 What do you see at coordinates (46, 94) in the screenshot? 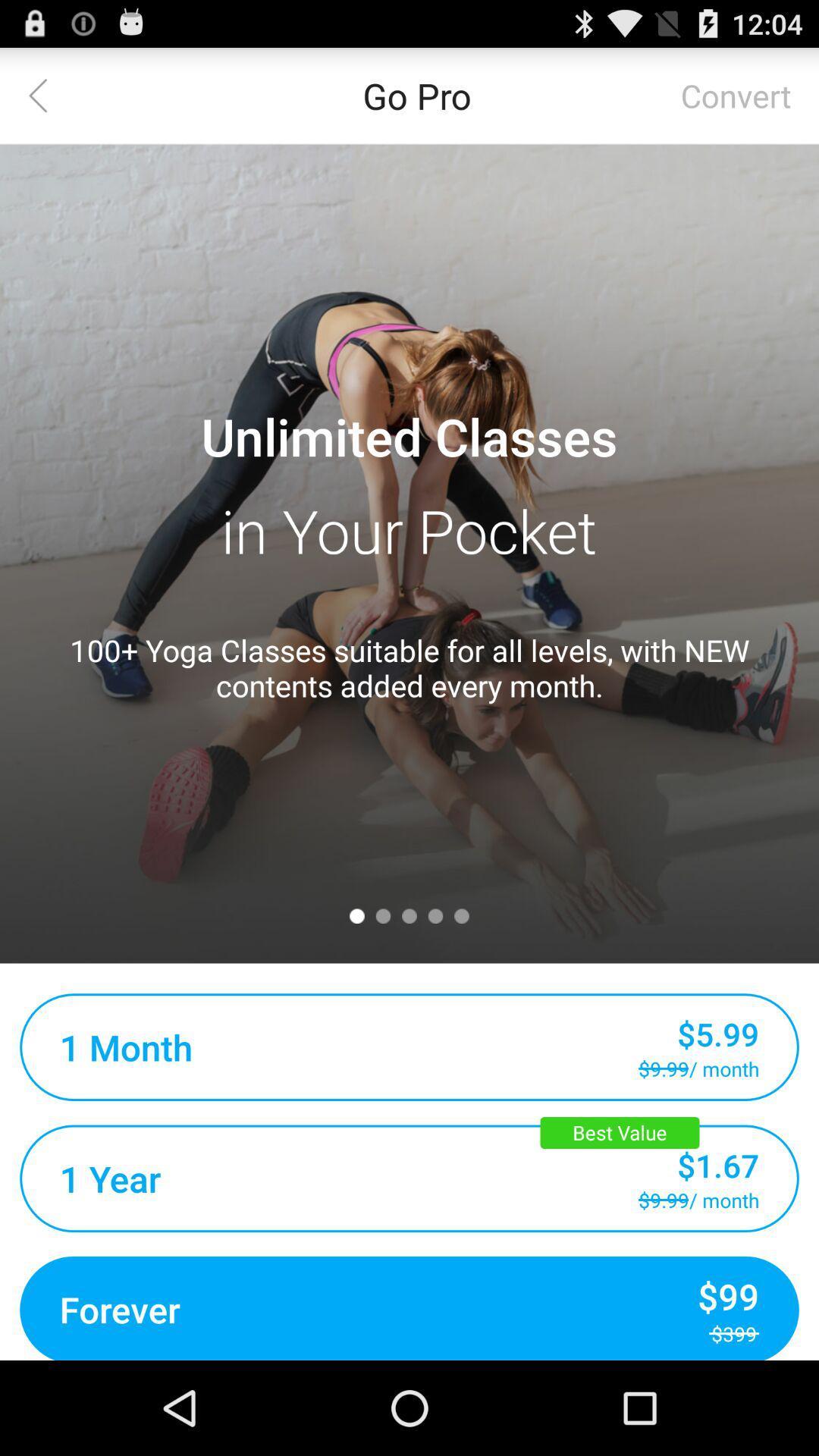
I see `back` at bounding box center [46, 94].